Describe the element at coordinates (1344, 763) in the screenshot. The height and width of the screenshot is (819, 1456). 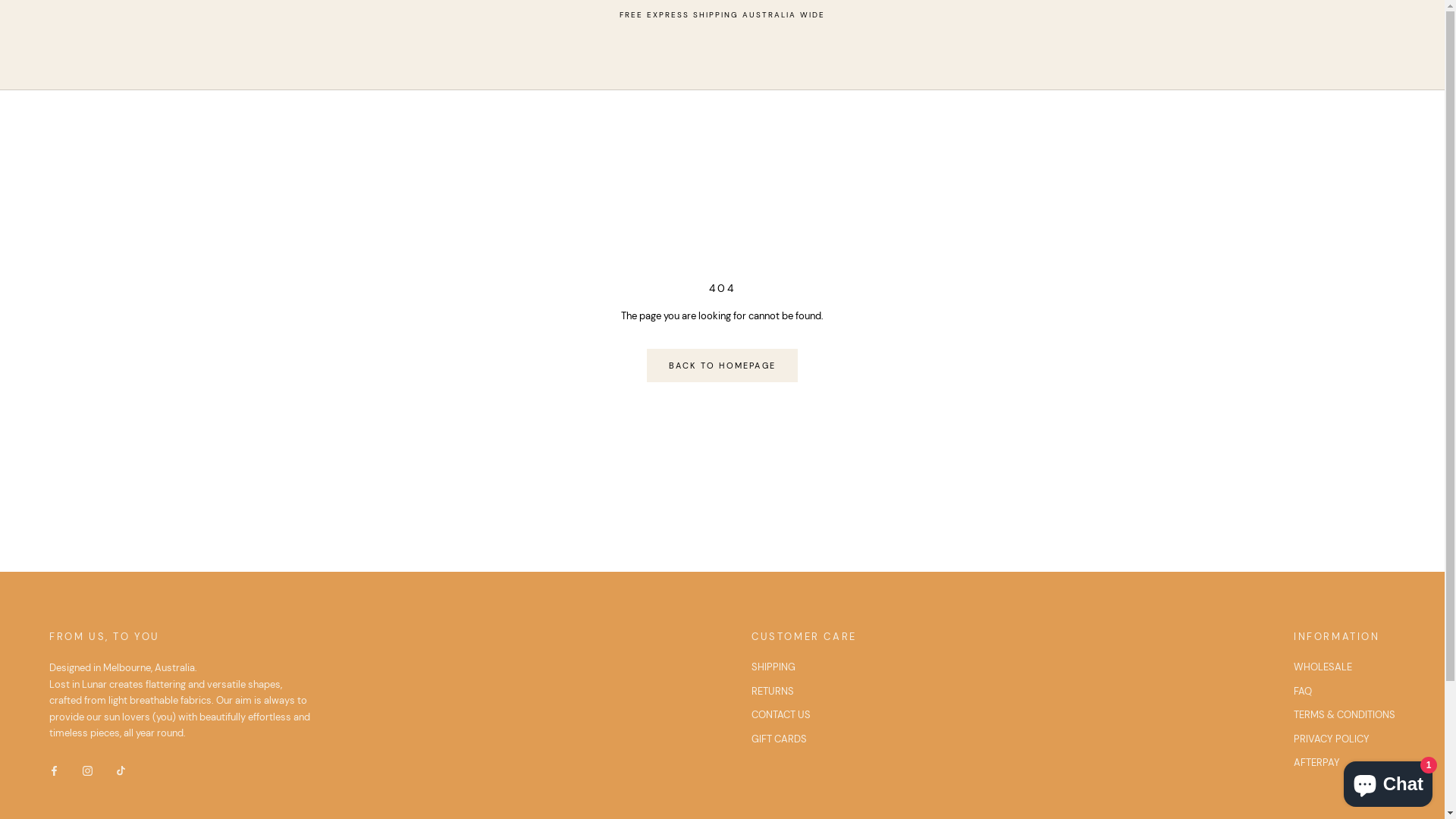
I see `'AFTERPAY'` at that location.